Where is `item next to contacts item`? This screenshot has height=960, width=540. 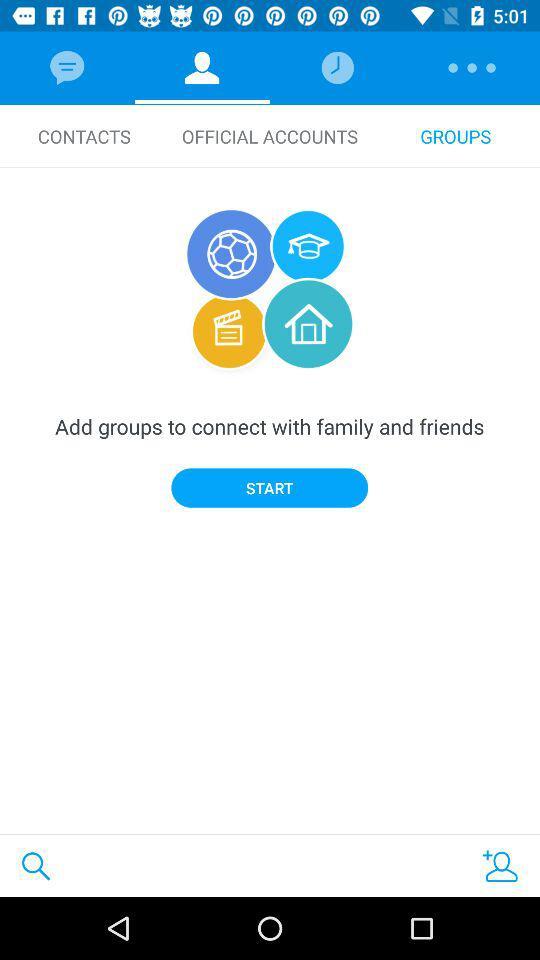
item next to contacts item is located at coordinates (270, 135).